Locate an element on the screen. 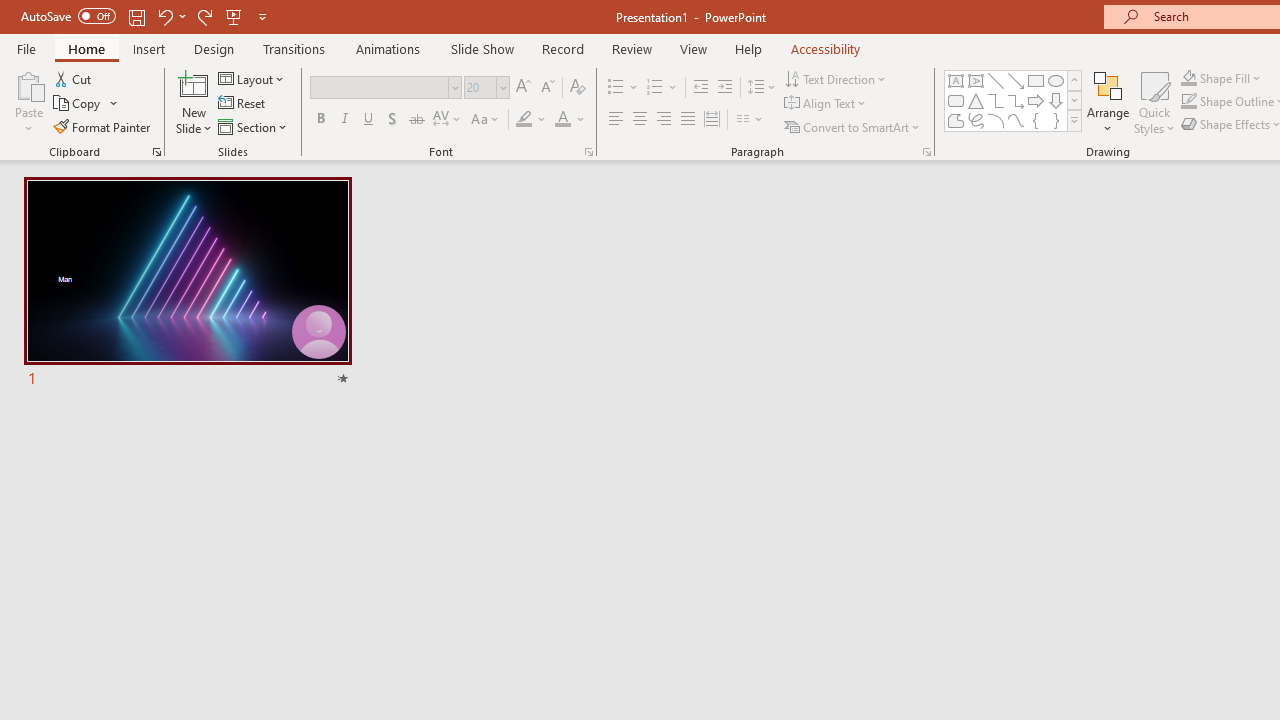 Image resolution: width=1280 pixels, height=720 pixels. 'Cut' is located at coordinates (74, 78).